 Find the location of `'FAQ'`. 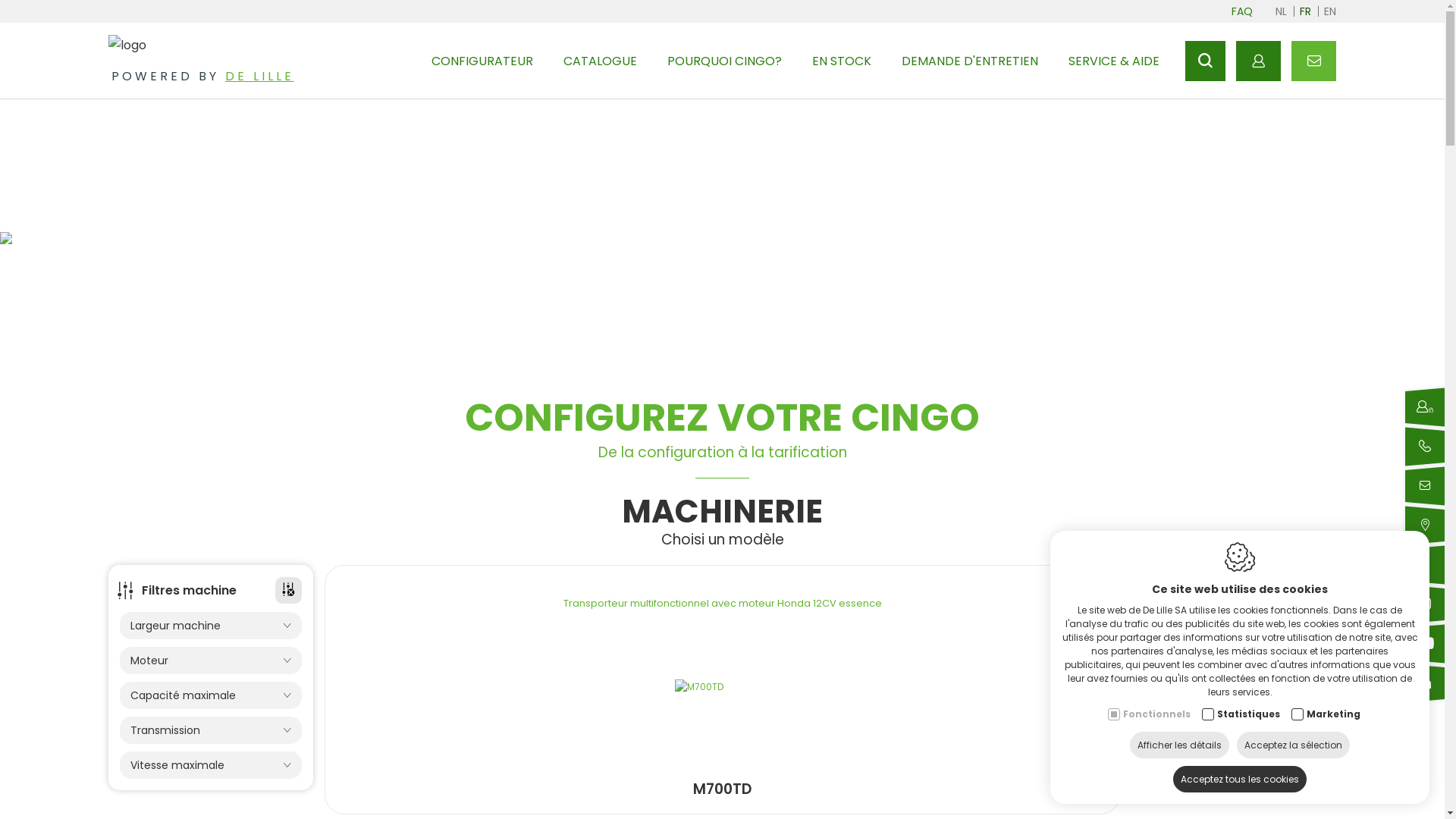

'FAQ' is located at coordinates (1227, 11).